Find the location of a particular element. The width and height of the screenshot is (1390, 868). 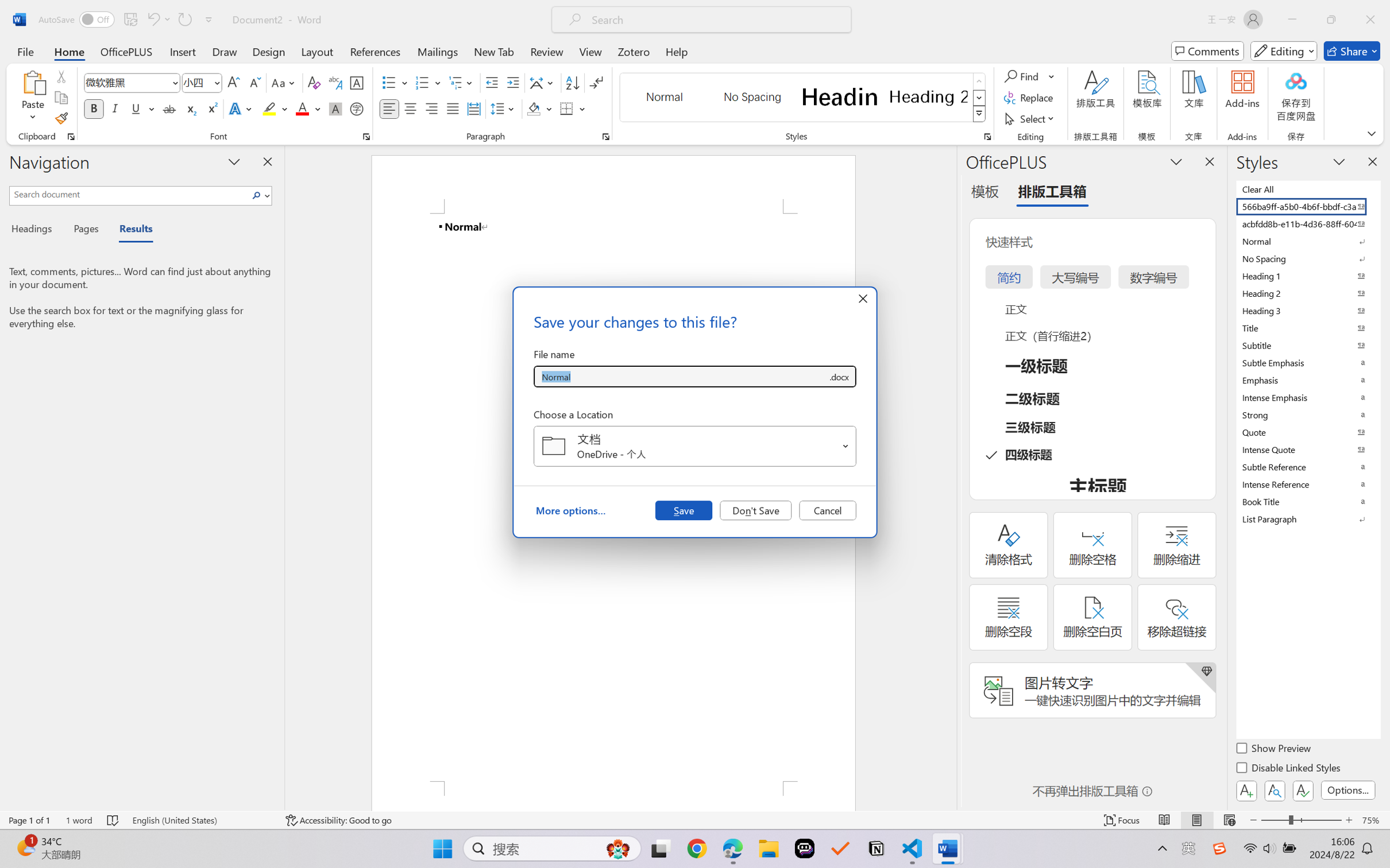

'Undo <ApplyStyleToDoc>b__0' is located at coordinates (152, 19).